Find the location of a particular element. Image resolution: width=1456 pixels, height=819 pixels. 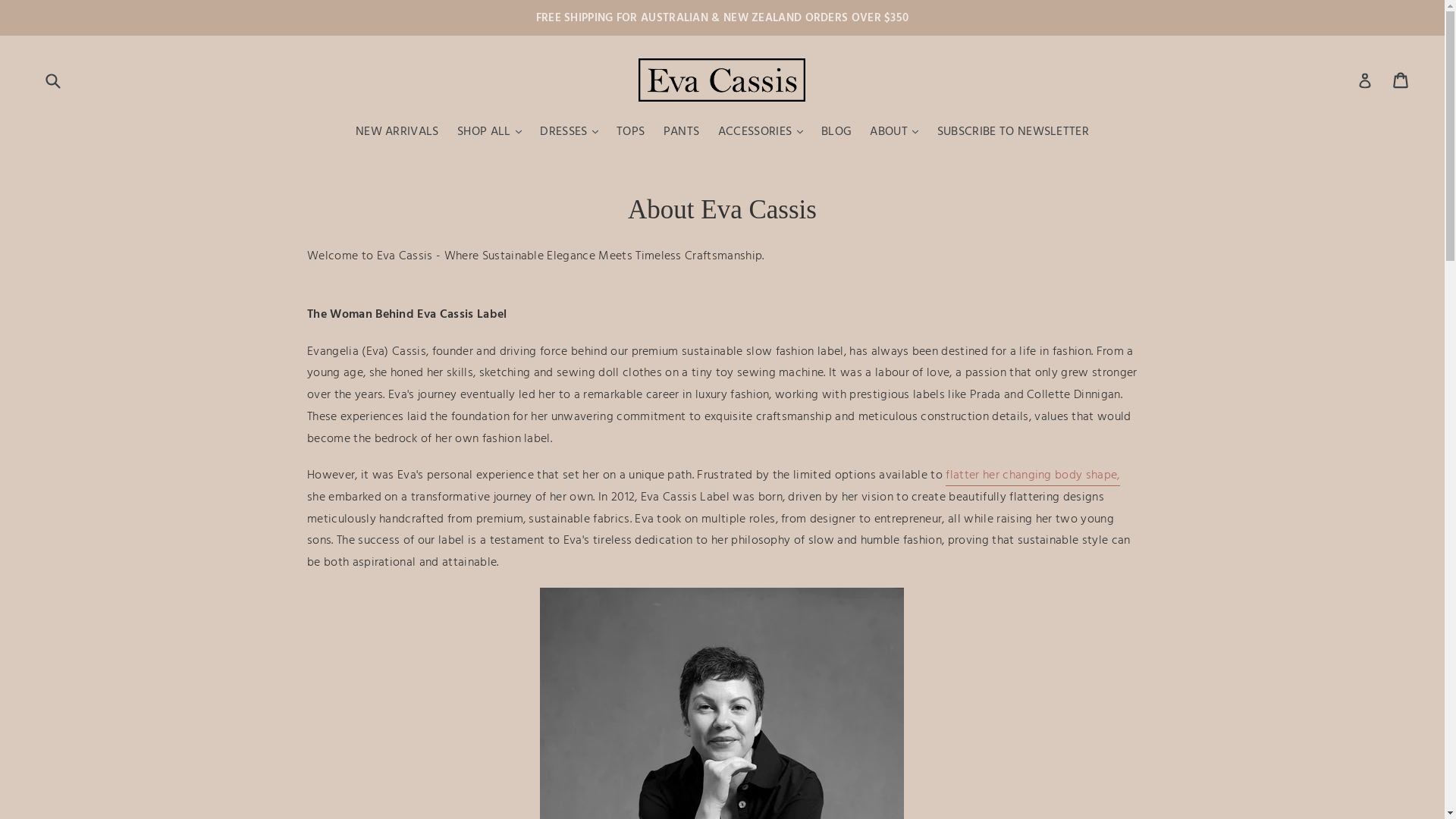

'FREE SHIPPING FOR AUSTRALIAN & NEW ZEALAND ORDERS OVER $350' is located at coordinates (721, 17).